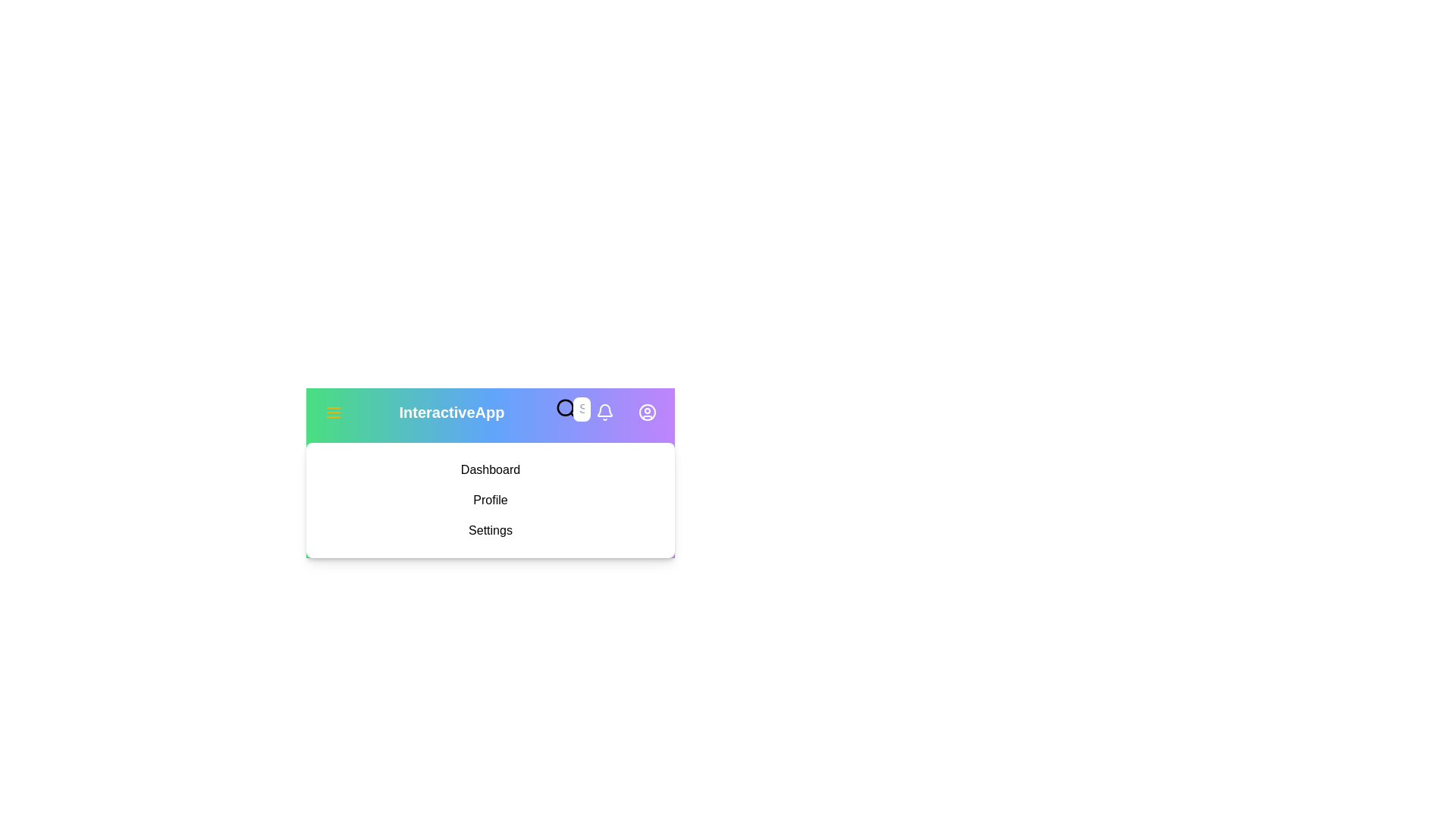 This screenshot has width=1456, height=819. Describe the element at coordinates (648, 412) in the screenshot. I see `the user profile icon` at that location.